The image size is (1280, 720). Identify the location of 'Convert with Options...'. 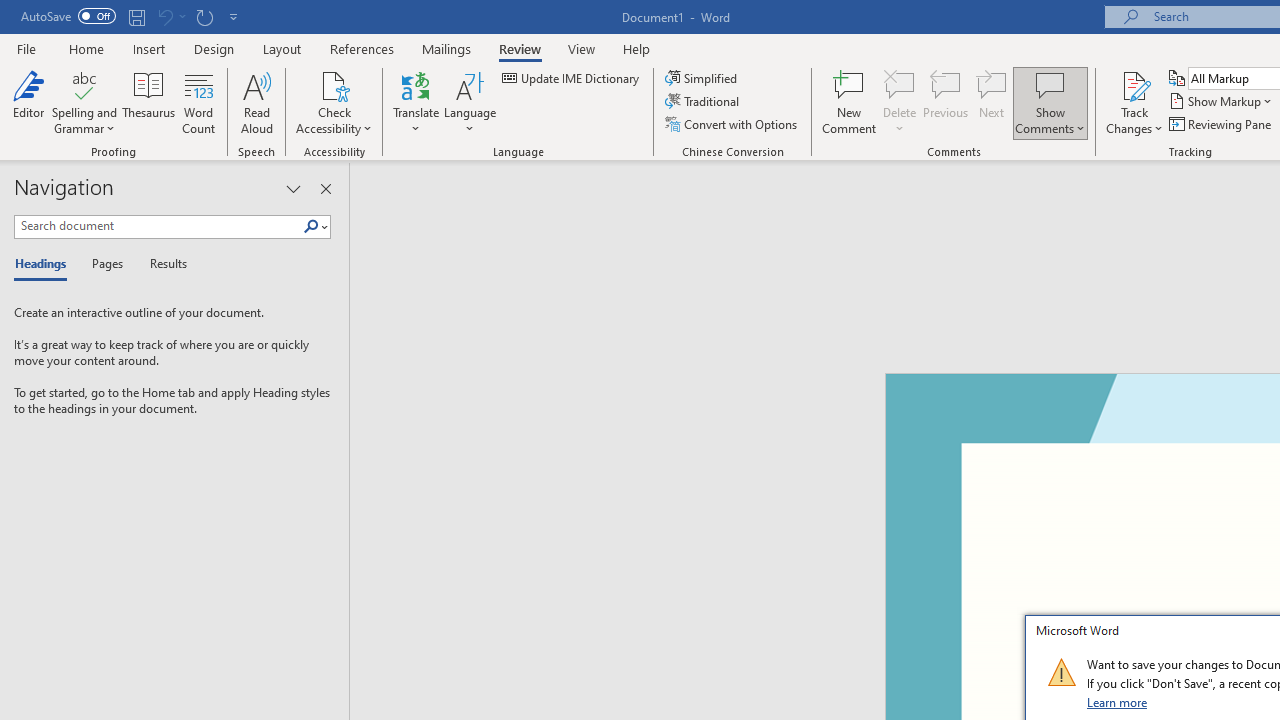
(731, 124).